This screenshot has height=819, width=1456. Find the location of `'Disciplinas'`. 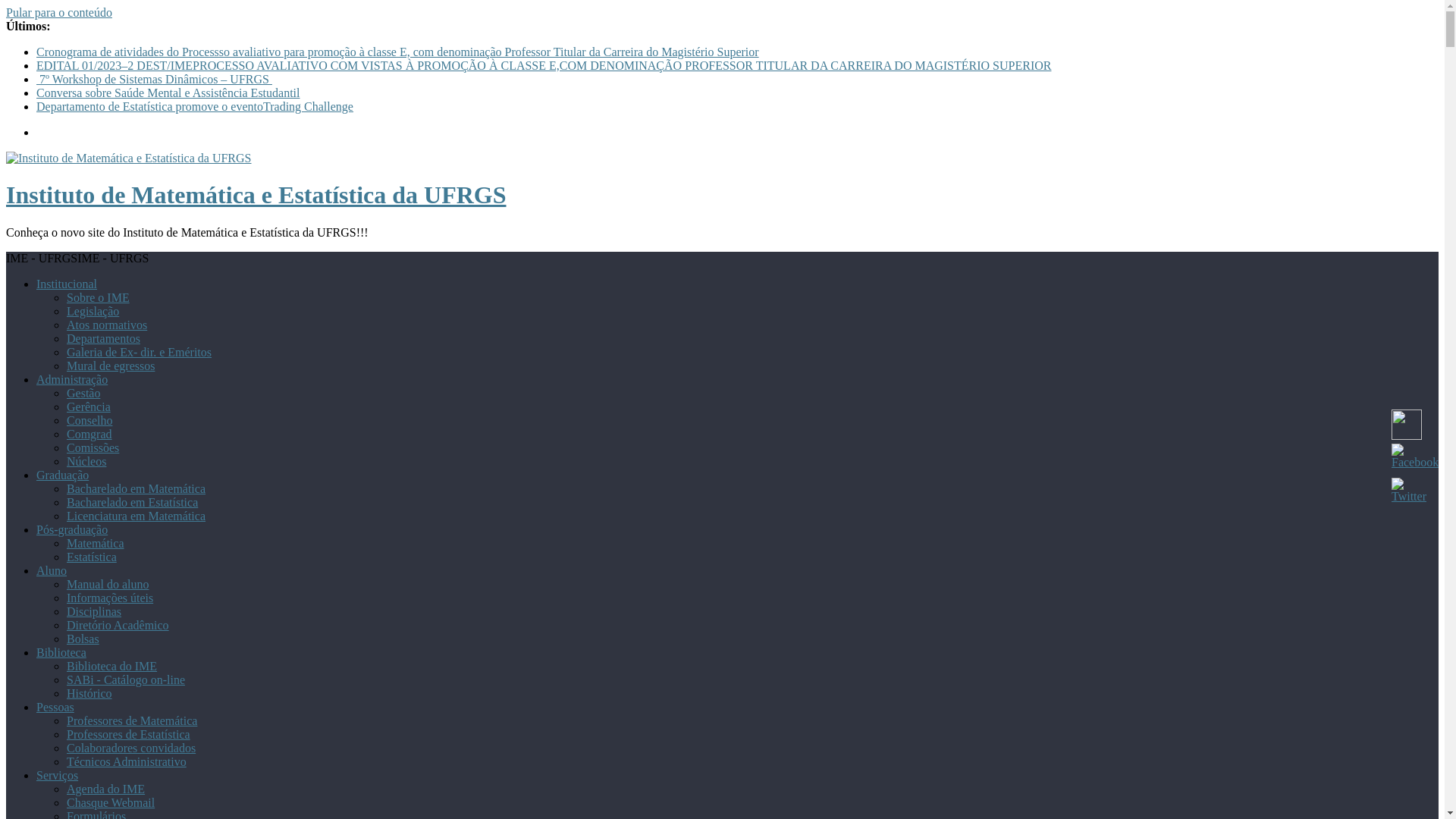

'Disciplinas' is located at coordinates (93, 610).